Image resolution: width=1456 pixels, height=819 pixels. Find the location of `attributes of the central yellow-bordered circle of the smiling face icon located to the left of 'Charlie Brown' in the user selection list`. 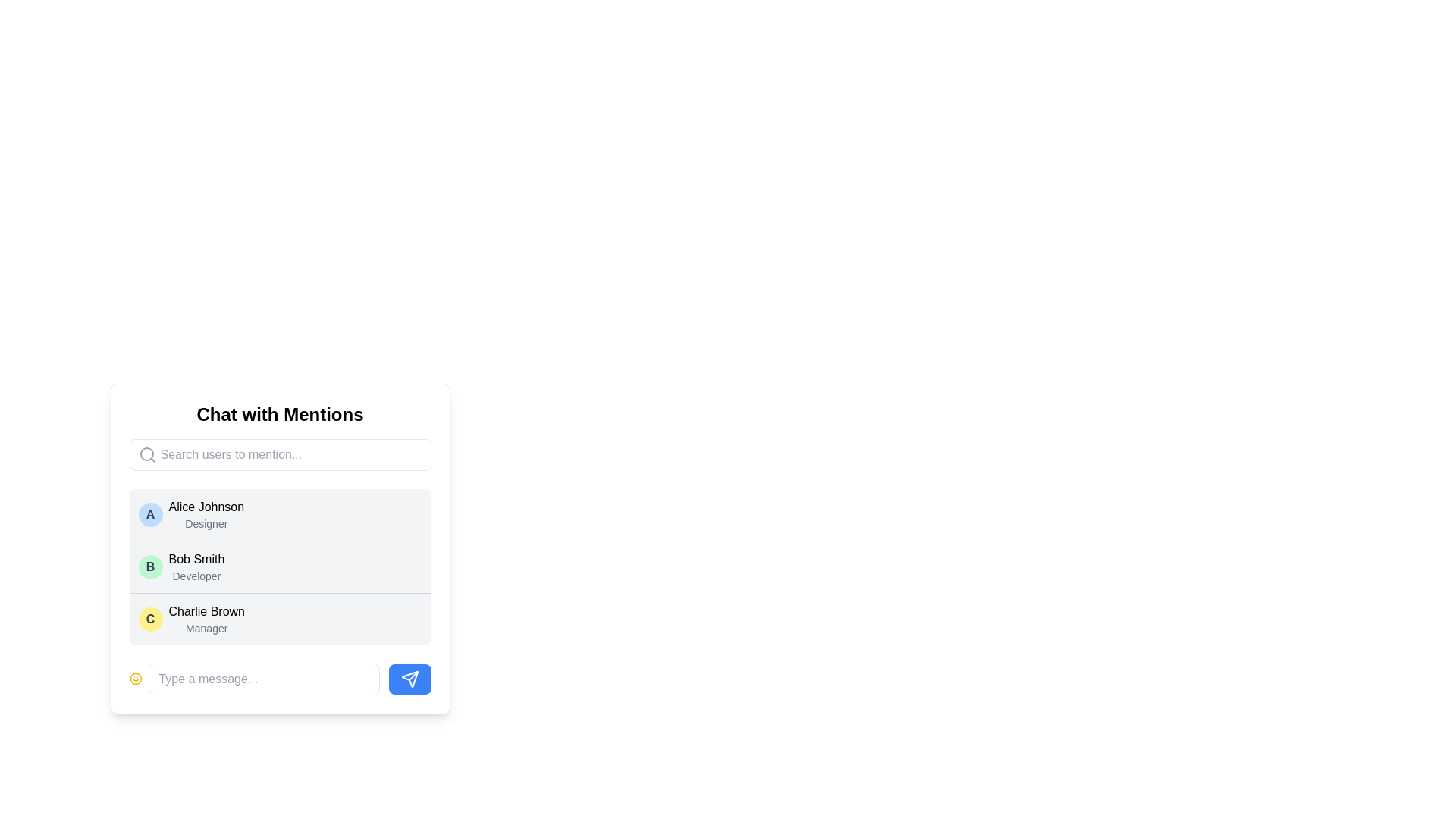

attributes of the central yellow-bordered circle of the smiling face icon located to the left of 'Charlie Brown' in the user selection list is located at coordinates (136, 678).